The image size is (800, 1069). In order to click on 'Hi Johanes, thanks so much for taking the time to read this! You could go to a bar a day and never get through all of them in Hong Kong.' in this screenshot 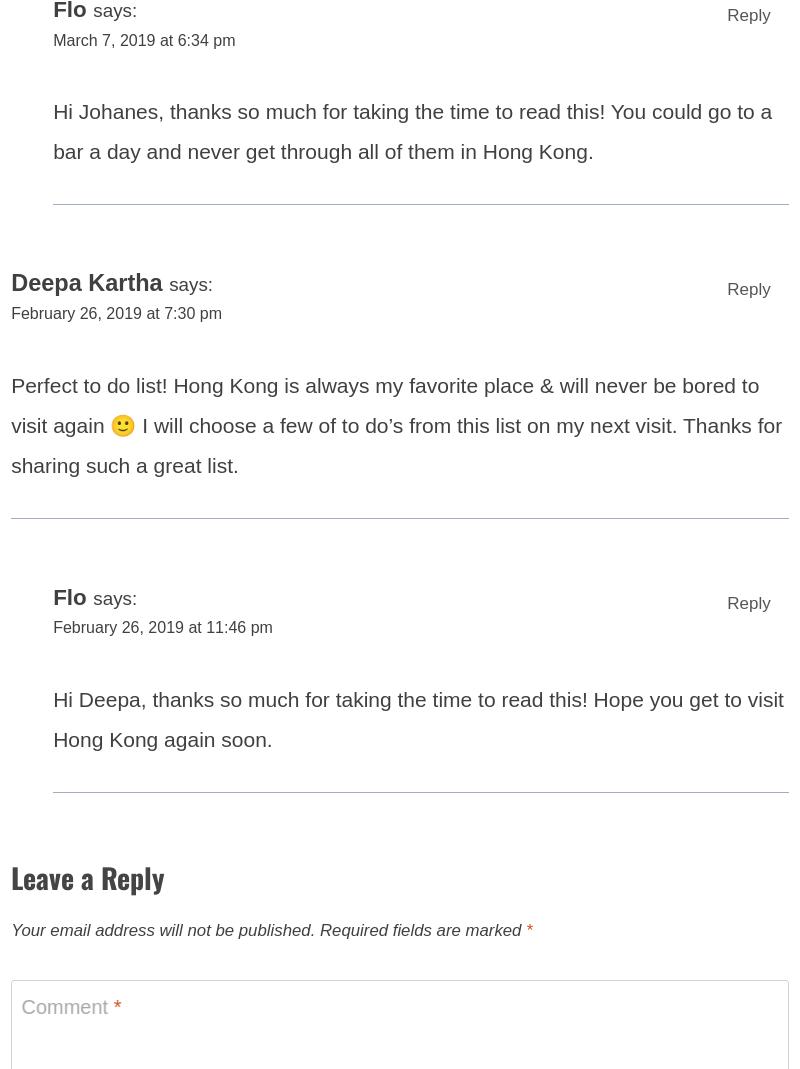, I will do `click(52, 143)`.